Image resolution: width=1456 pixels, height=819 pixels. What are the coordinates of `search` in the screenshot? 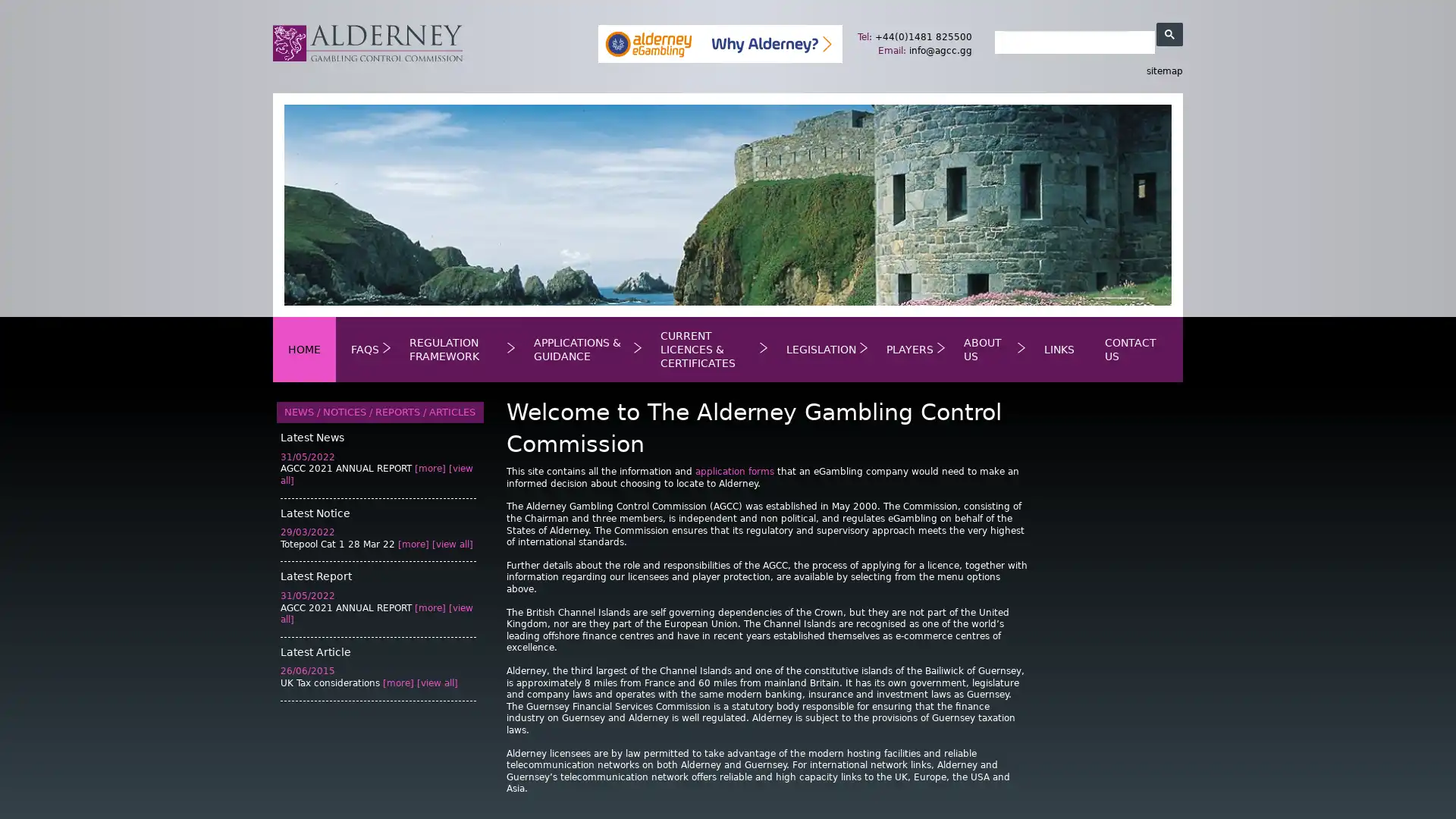 It's located at (1169, 34).